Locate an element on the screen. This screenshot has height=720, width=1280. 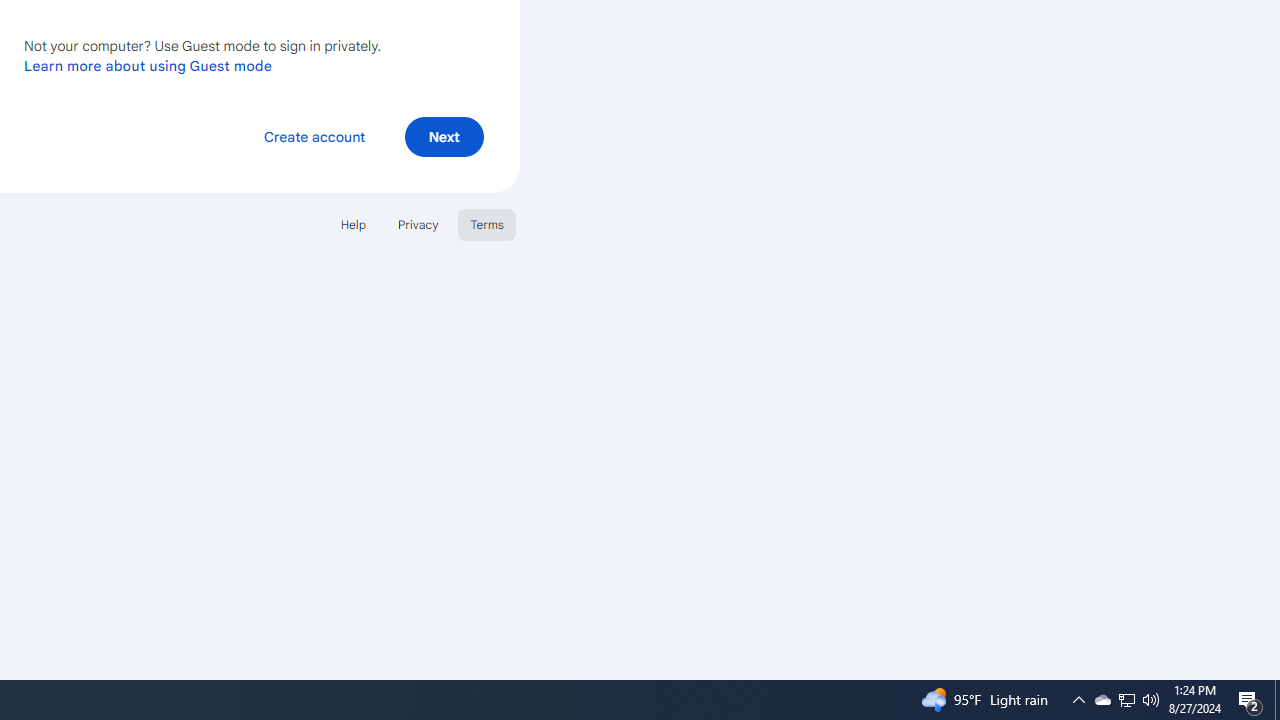
'Next' is located at coordinates (443, 135).